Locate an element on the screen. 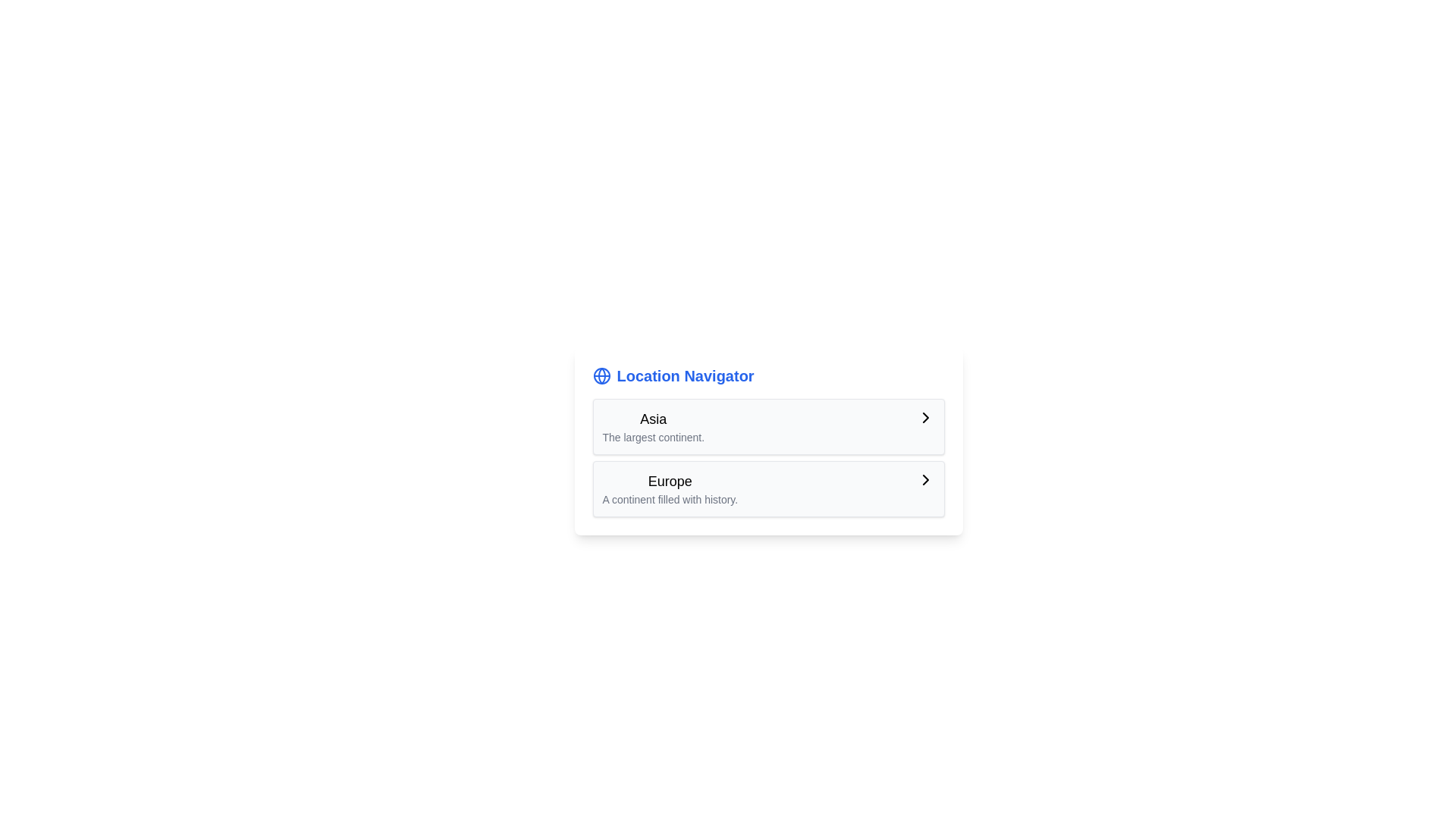 The image size is (1456, 819). the navigational indicator icon next to the 'Europe' text in the 'Location Navigator' panel is located at coordinates (924, 479).